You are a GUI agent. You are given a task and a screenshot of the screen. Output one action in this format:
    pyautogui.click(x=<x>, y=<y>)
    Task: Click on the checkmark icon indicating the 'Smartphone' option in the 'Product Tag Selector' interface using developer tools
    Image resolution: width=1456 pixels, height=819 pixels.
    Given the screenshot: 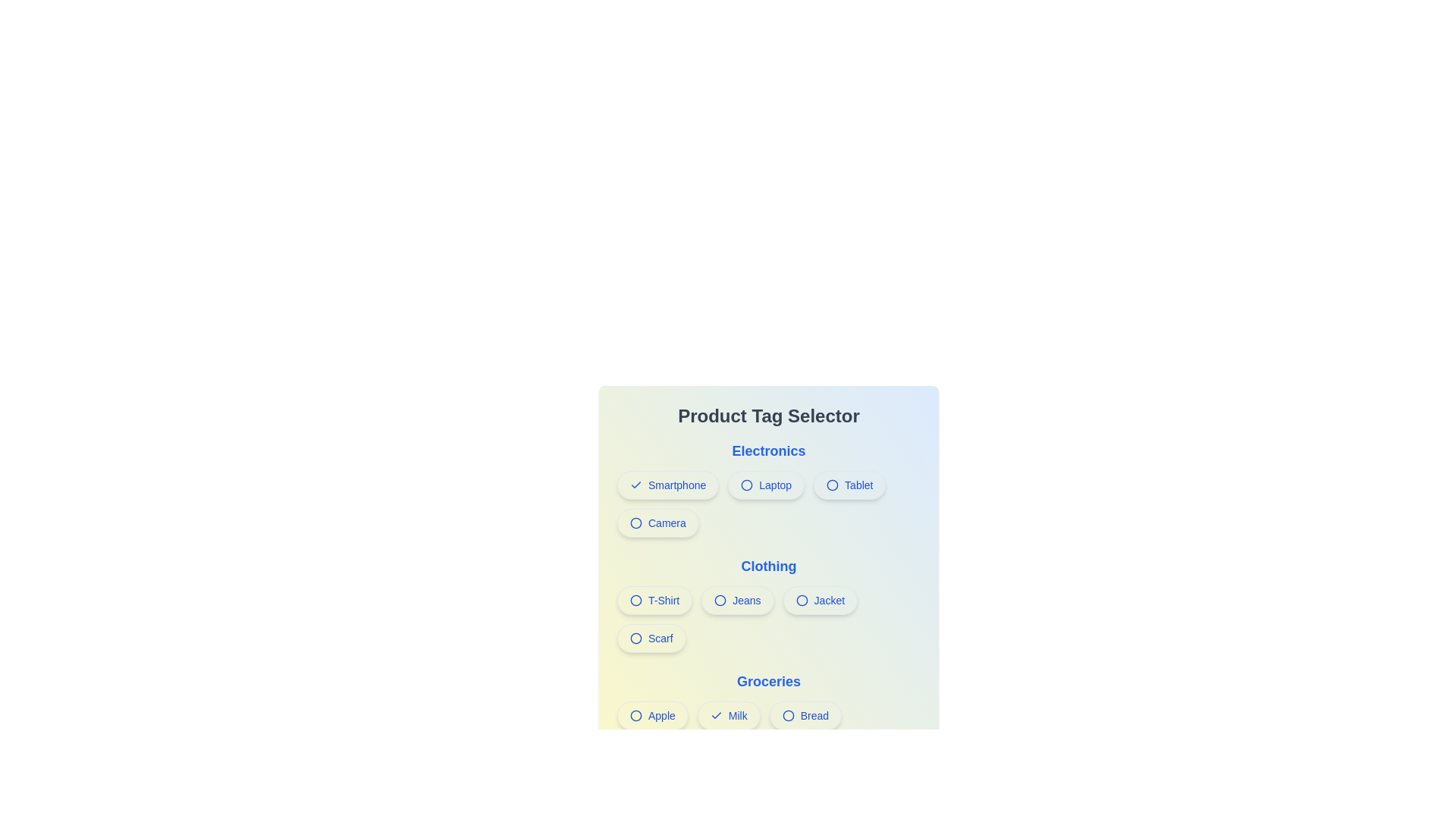 What is the action you would take?
    pyautogui.click(x=636, y=485)
    